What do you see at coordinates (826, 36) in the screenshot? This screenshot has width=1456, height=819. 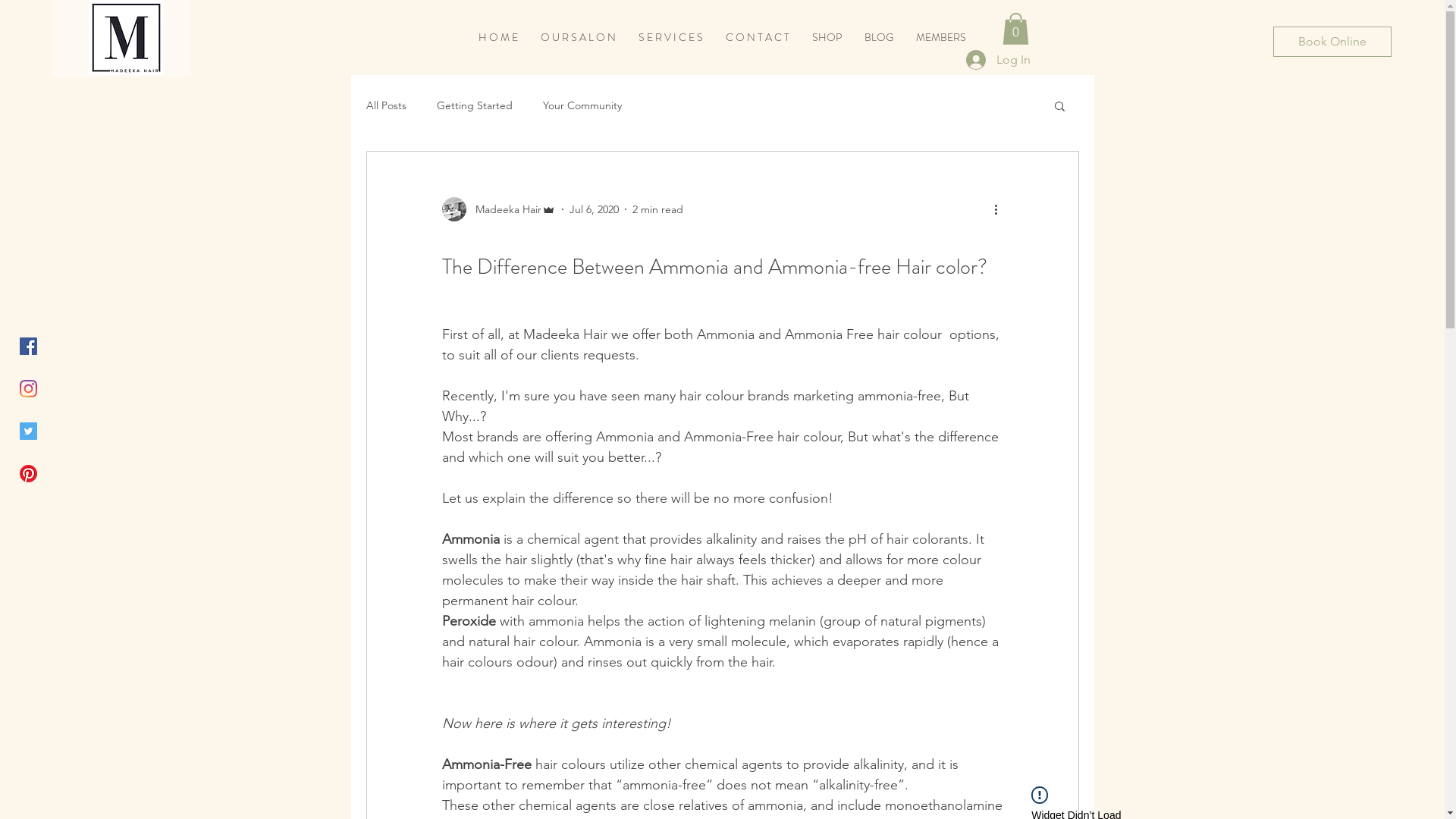 I see `'SHOP'` at bounding box center [826, 36].